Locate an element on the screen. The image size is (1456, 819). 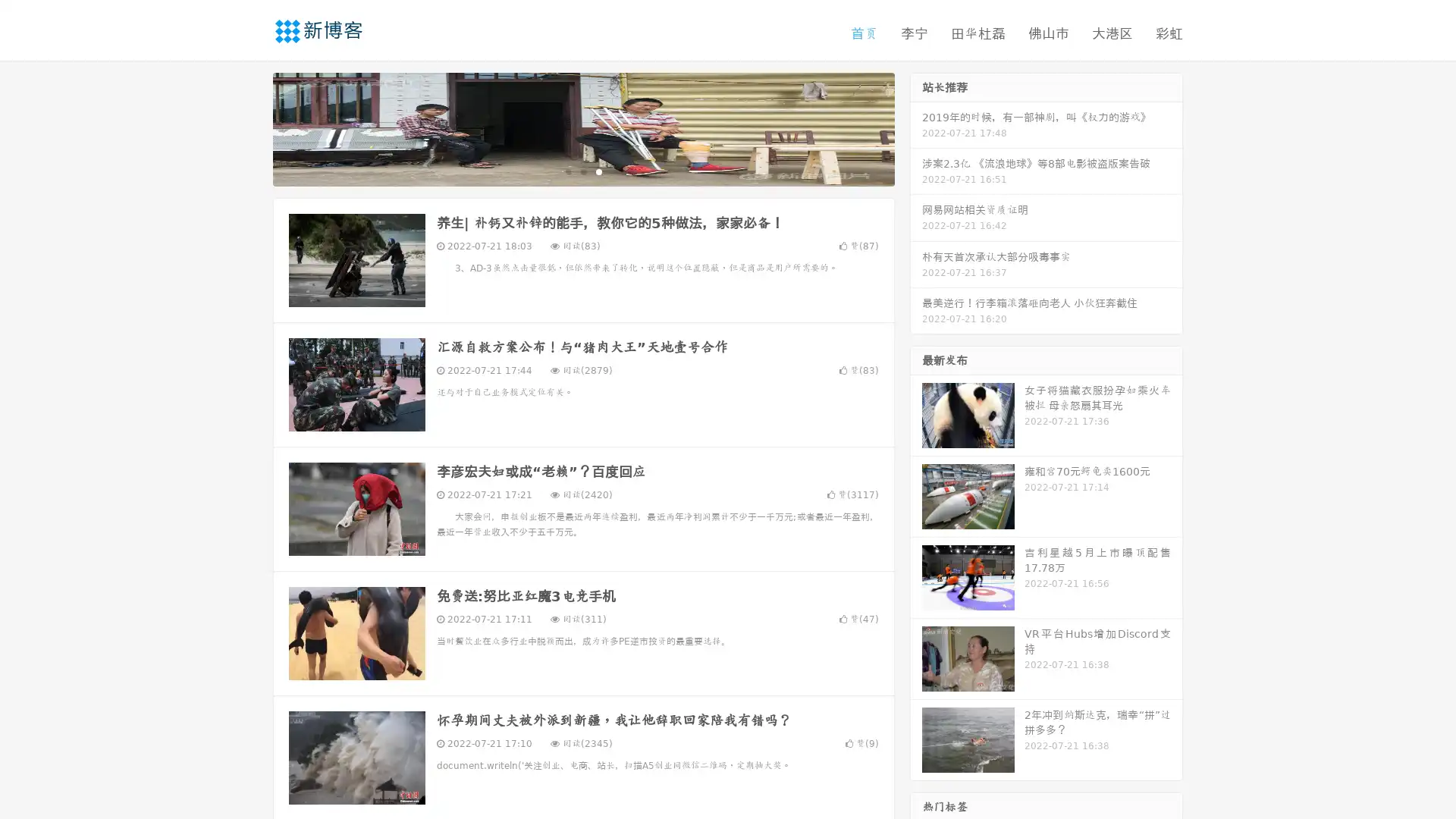
Go to slide 1 is located at coordinates (567, 171).